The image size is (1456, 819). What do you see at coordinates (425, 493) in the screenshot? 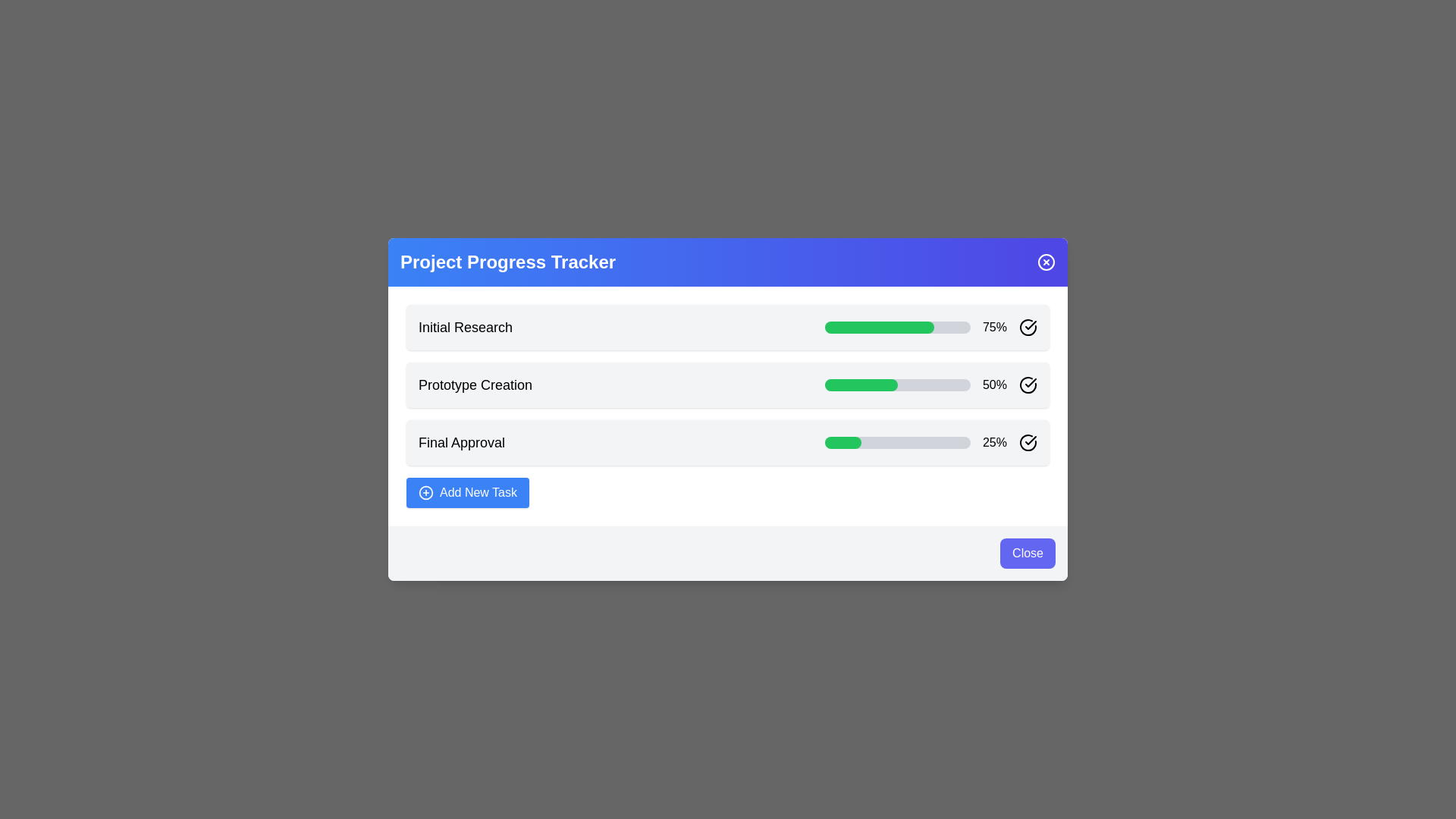
I see `the small circular SVG element with a blue outline located within the 'Add New Task' button at the bottom-left area of the modal` at bounding box center [425, 493].